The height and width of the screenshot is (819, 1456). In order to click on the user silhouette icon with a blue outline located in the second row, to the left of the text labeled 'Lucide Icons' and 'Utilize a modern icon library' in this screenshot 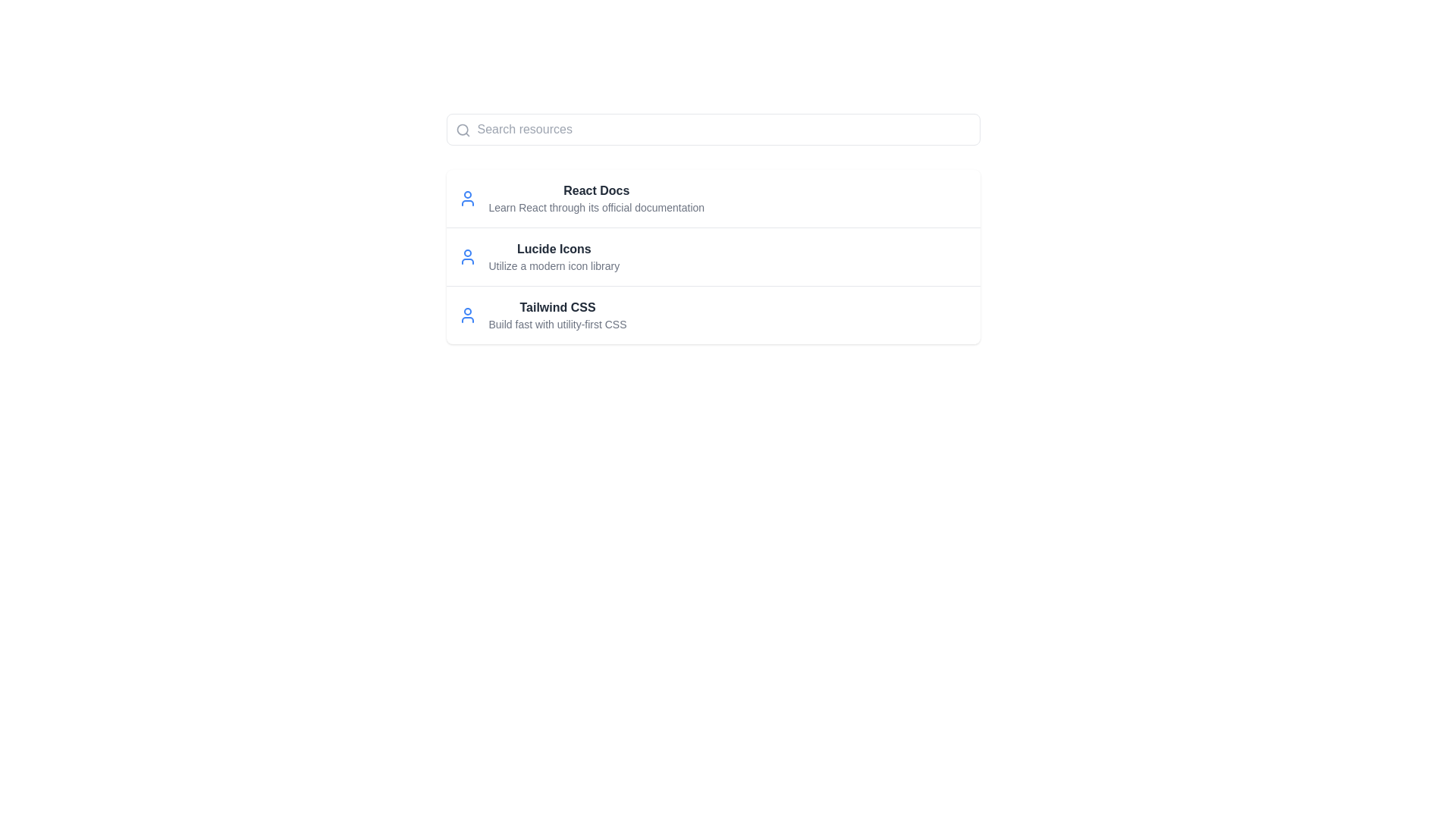, I will do `click(466, 256)`.